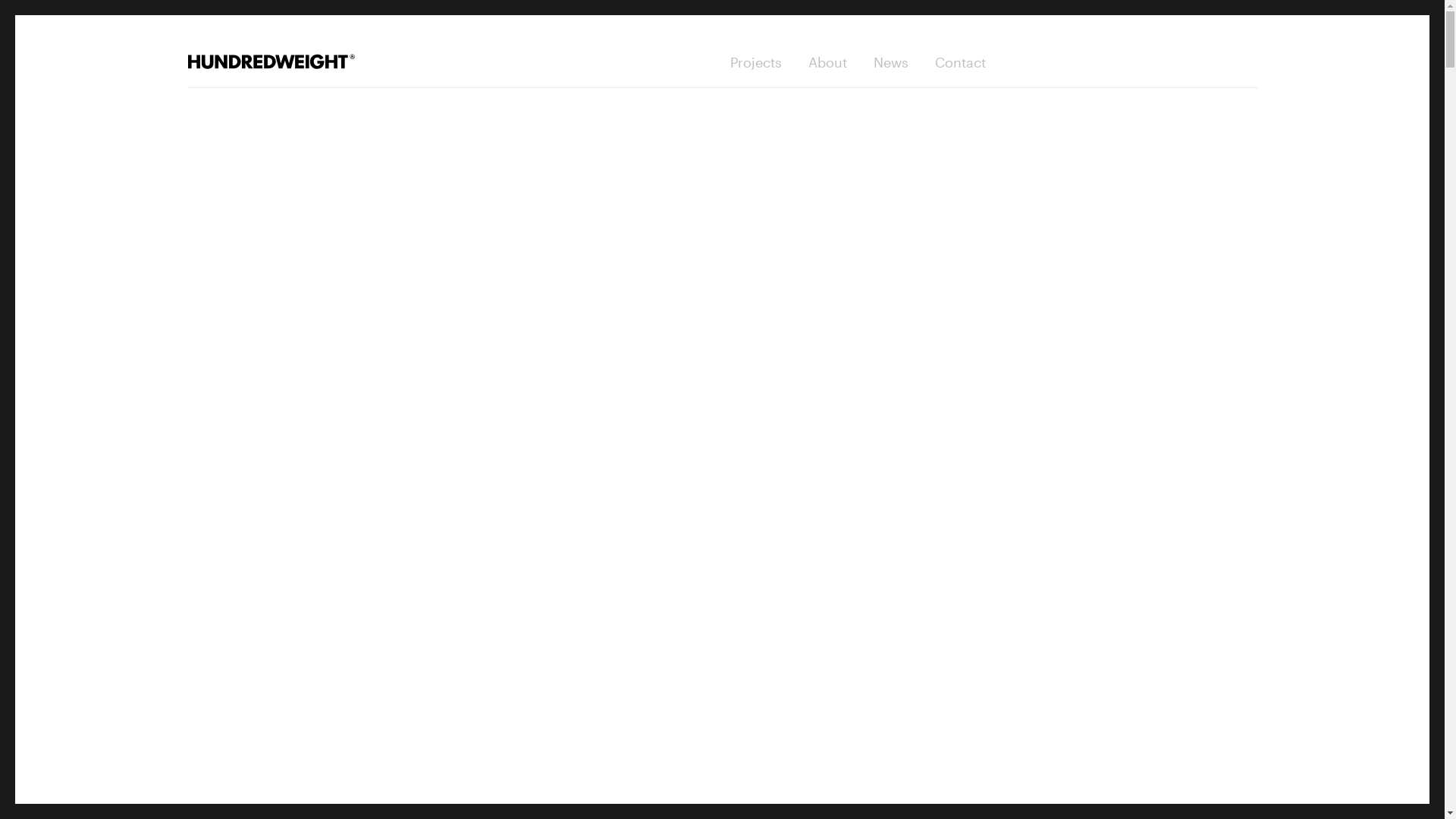  I want to click on 'Contact', so click(959, 61).